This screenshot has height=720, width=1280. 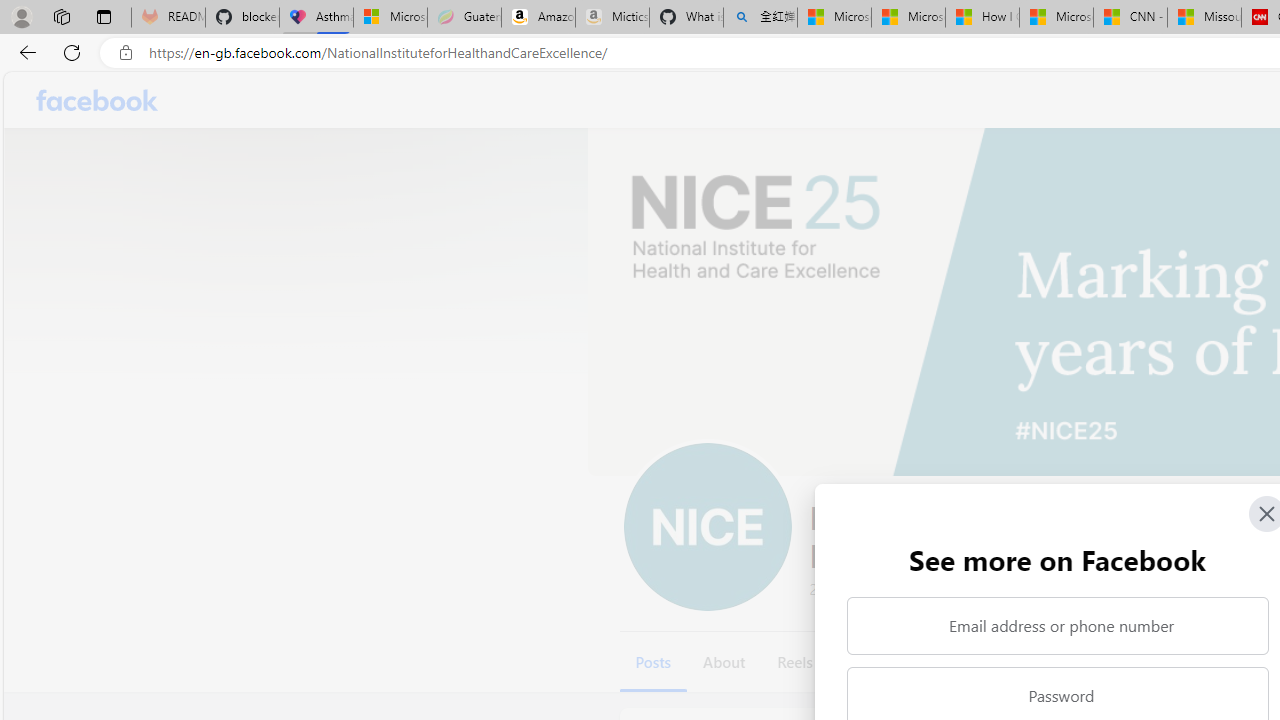 What do you see at coordinates (1130, 17) in the screenshot?
I see `'CNN - MSN'` at bounding box center [1130, 17].